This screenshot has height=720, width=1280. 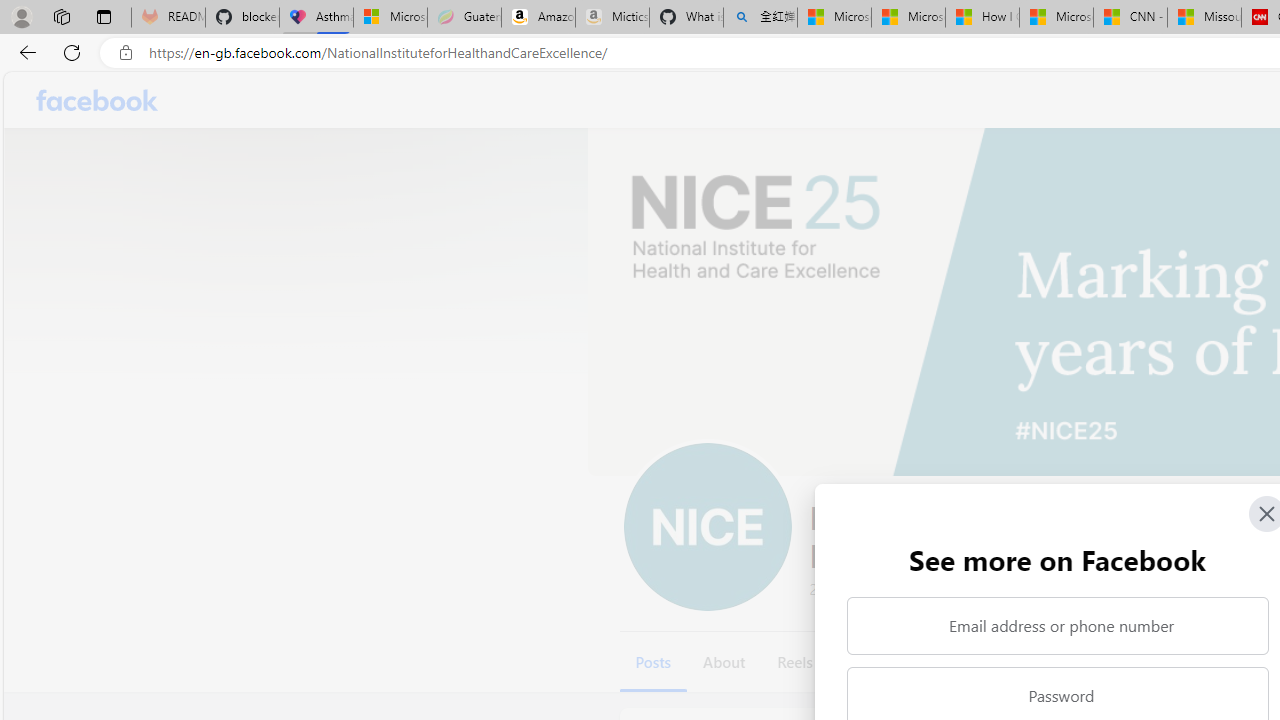 What do you see at coordinates (1130, 17) in the screenshot?
I see `'CNN - MSN'` at bounding box center [1130, 17].